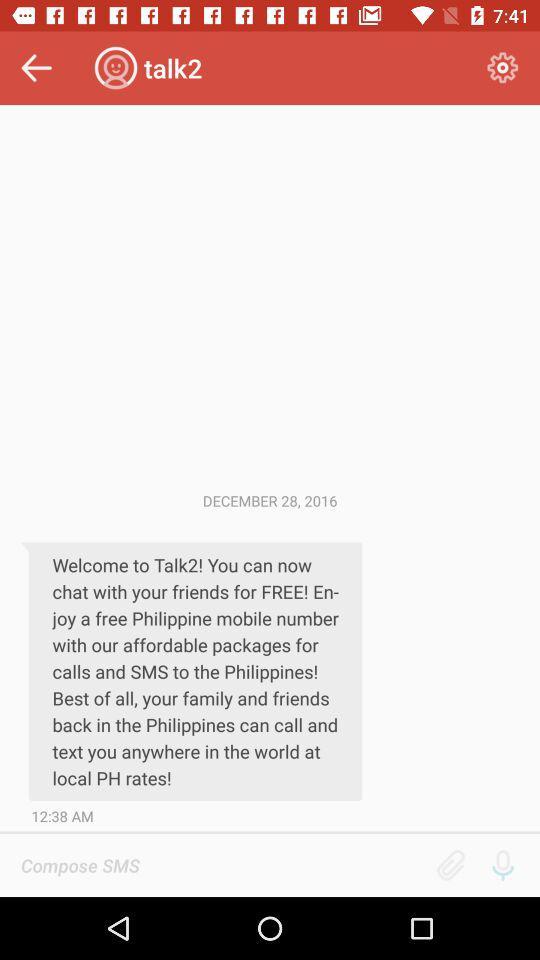  I want to click on write message, so click(221, 864).